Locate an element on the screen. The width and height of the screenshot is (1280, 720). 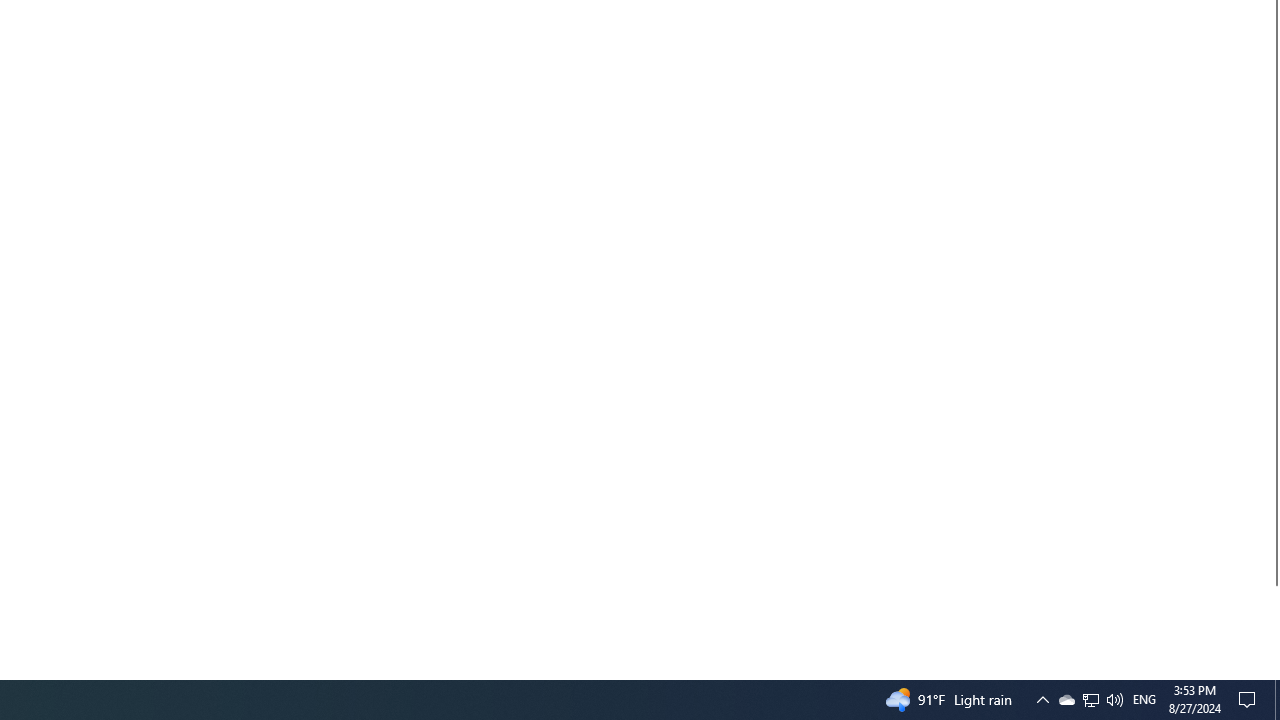
'Vertical Large Increase' is located at coordinates (1271, 623).